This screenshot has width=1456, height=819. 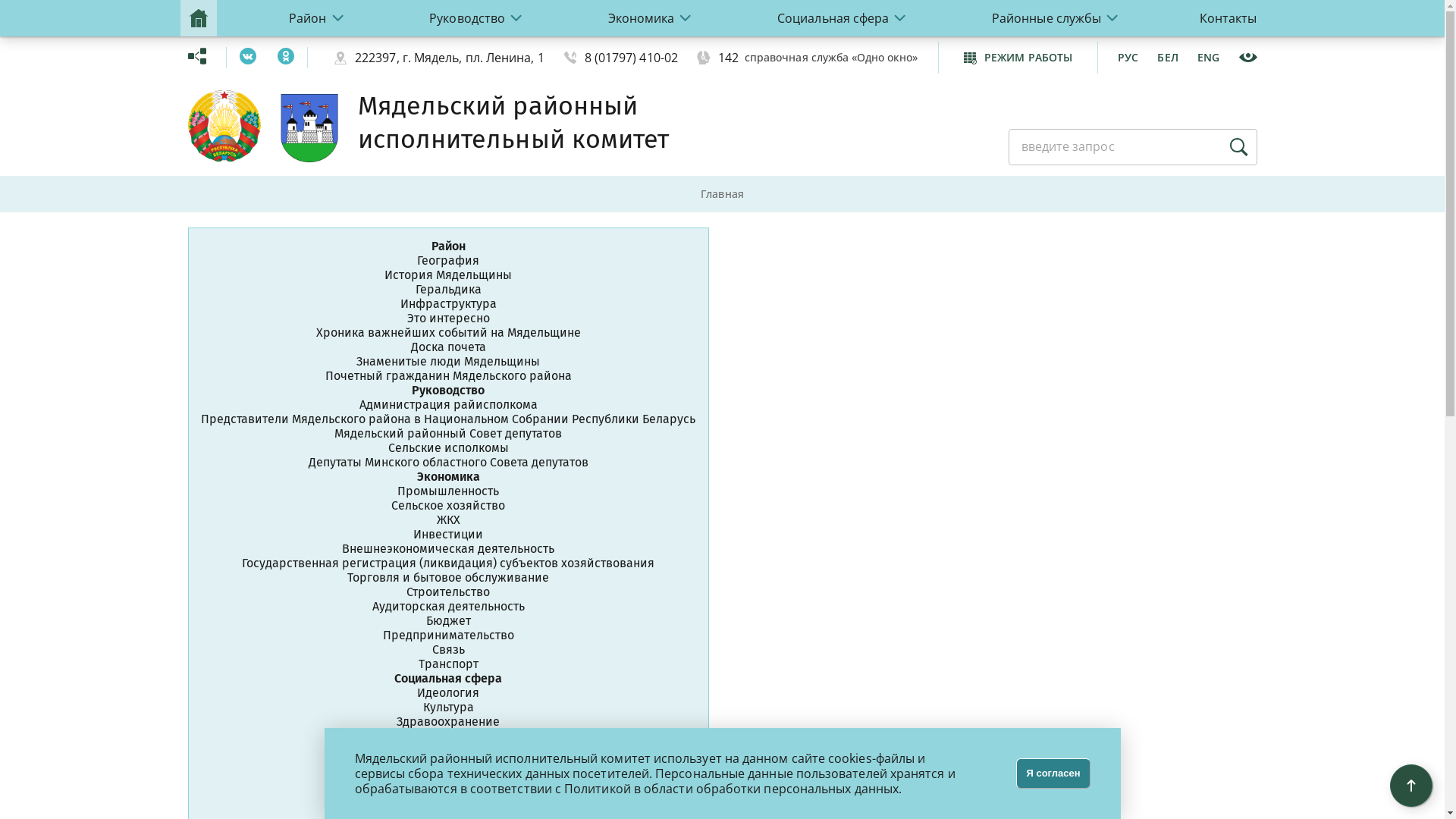 What do you see at coordinates (1207, 56) in the screenshot?
I see `'ENG'` at bounding box center [1207, 56].